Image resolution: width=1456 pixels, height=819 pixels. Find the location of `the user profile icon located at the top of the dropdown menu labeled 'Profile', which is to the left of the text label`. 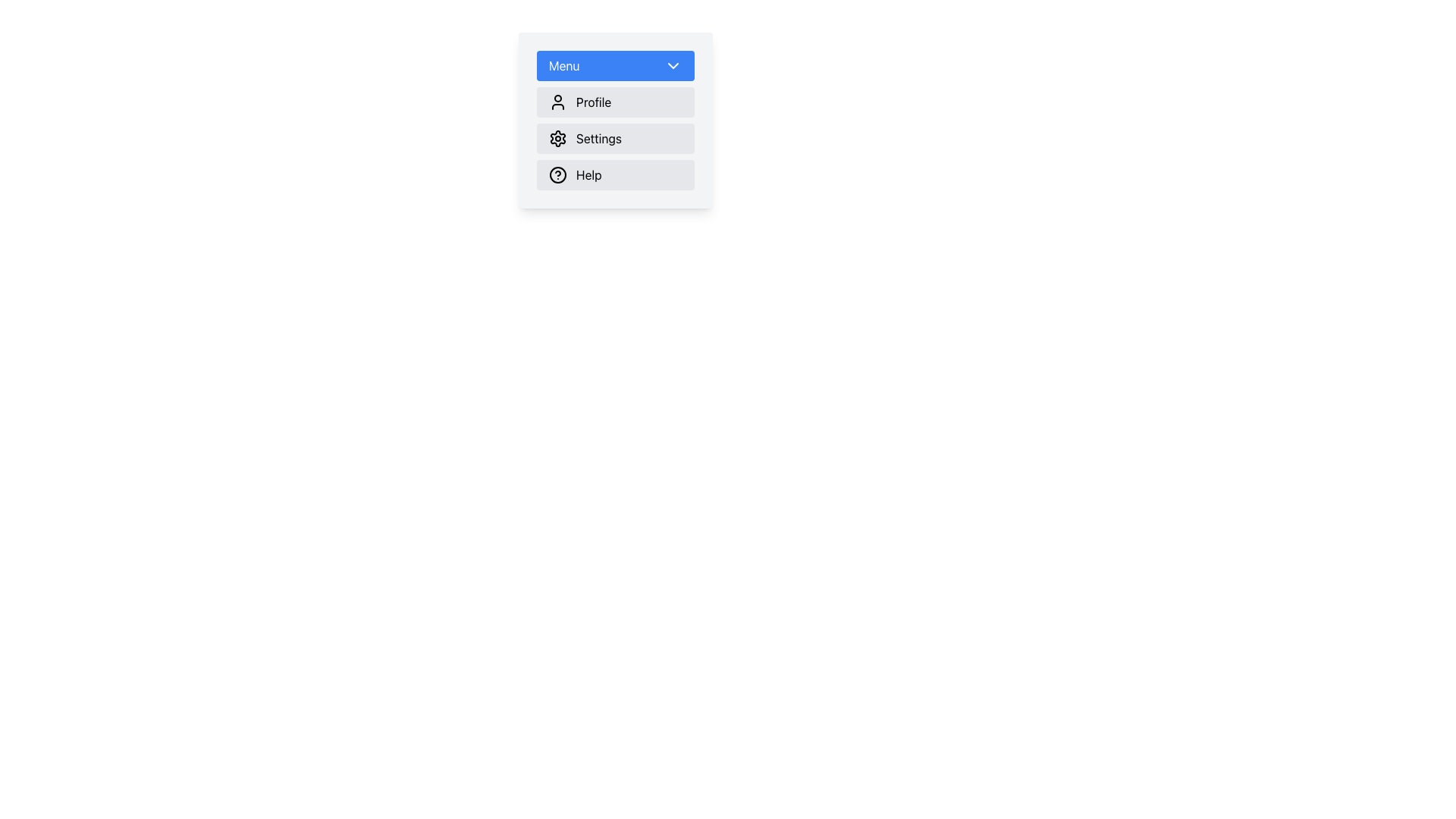

the user profile icon located at the top of the dropdown menu labeled 'Profile', which is to the left of the text label is located at coordinates (557, 102).